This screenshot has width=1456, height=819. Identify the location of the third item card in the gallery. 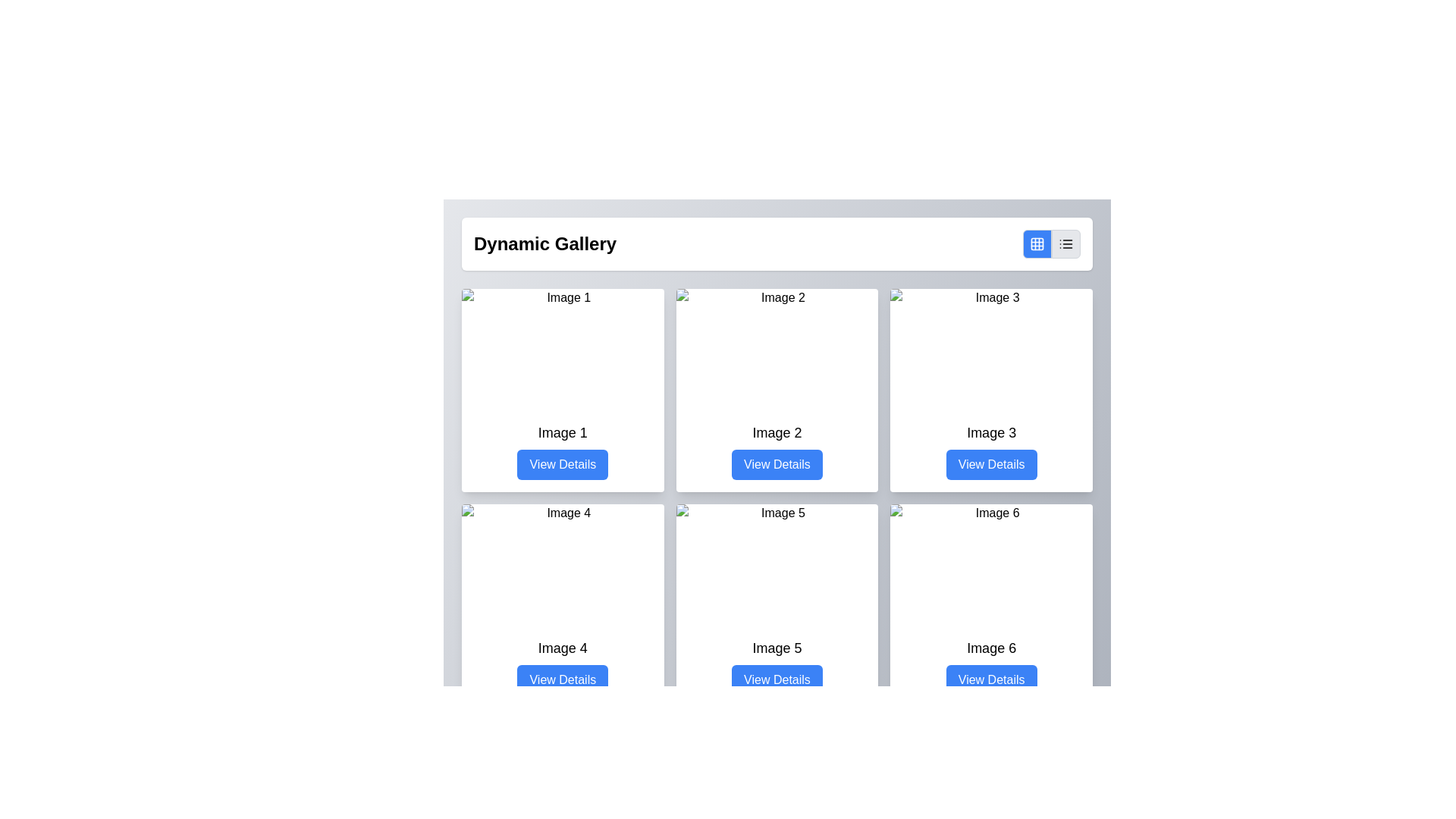
(991, 390).